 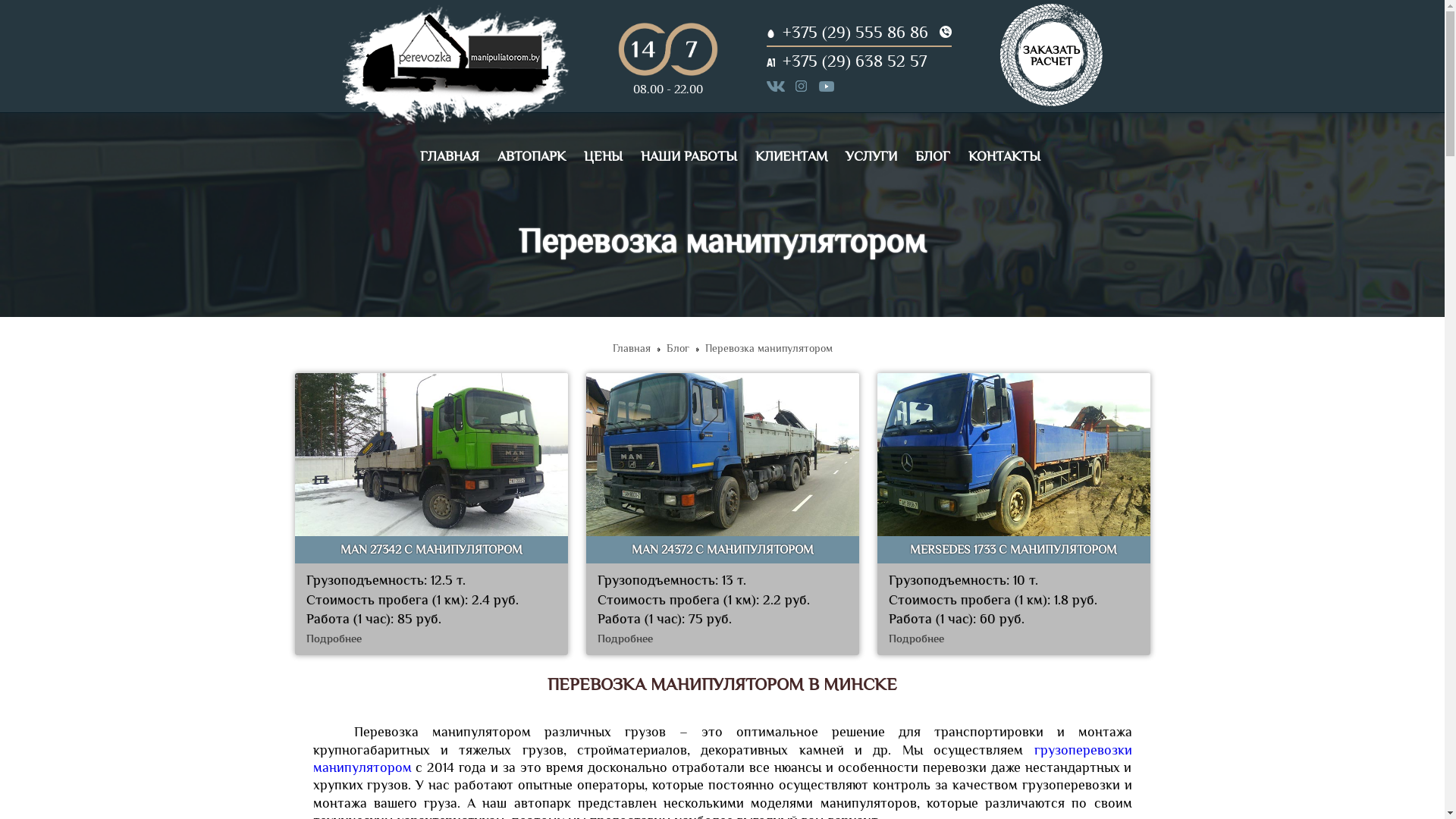 I want to click on '+375 (29) 638 52 57', so click(x=855, y=60).